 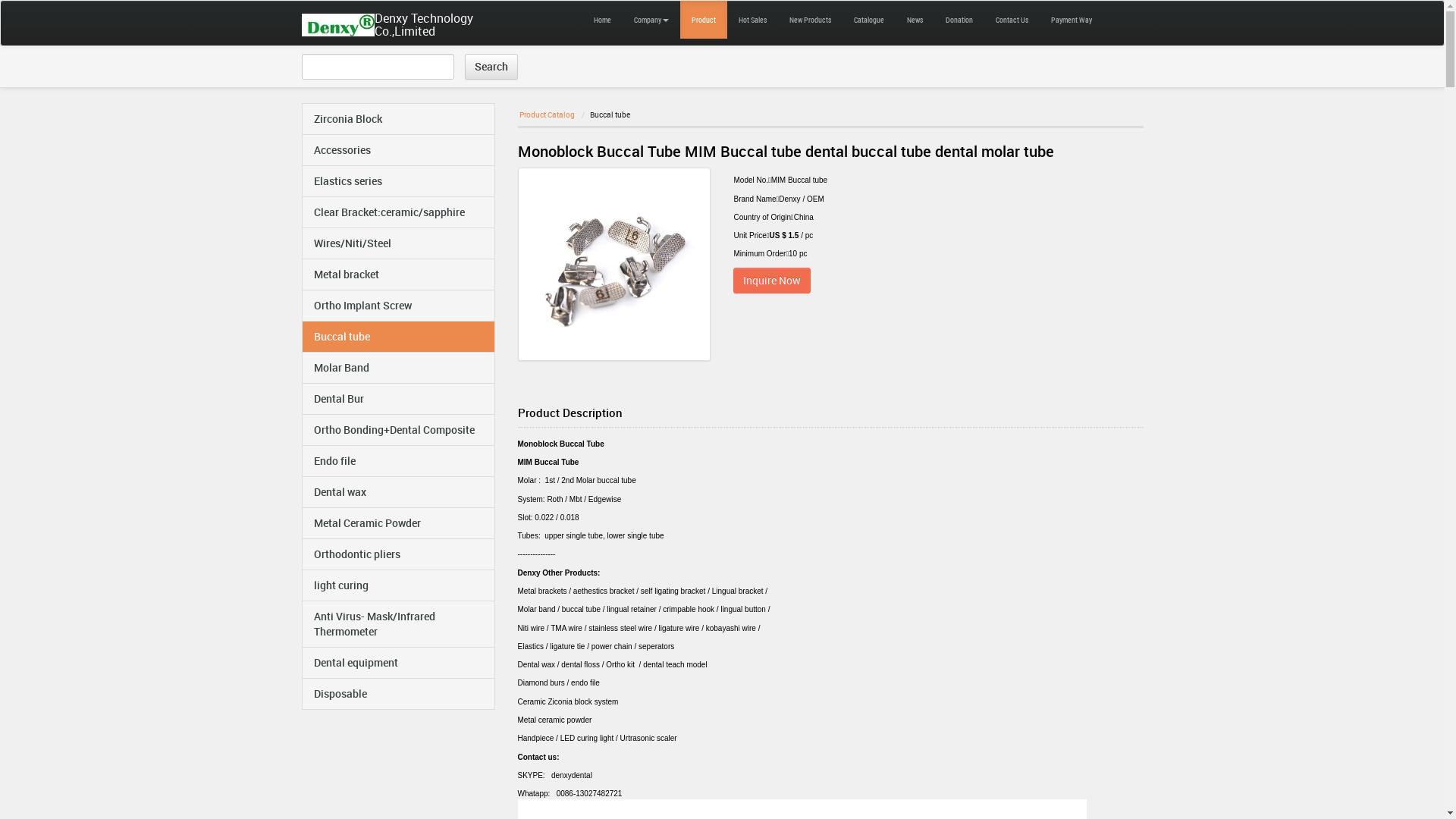 What do you see at coordinates (397, 522) in the screenshot?
I see `'Metal Ceramic Powder'` at bounding box center [397, 522].